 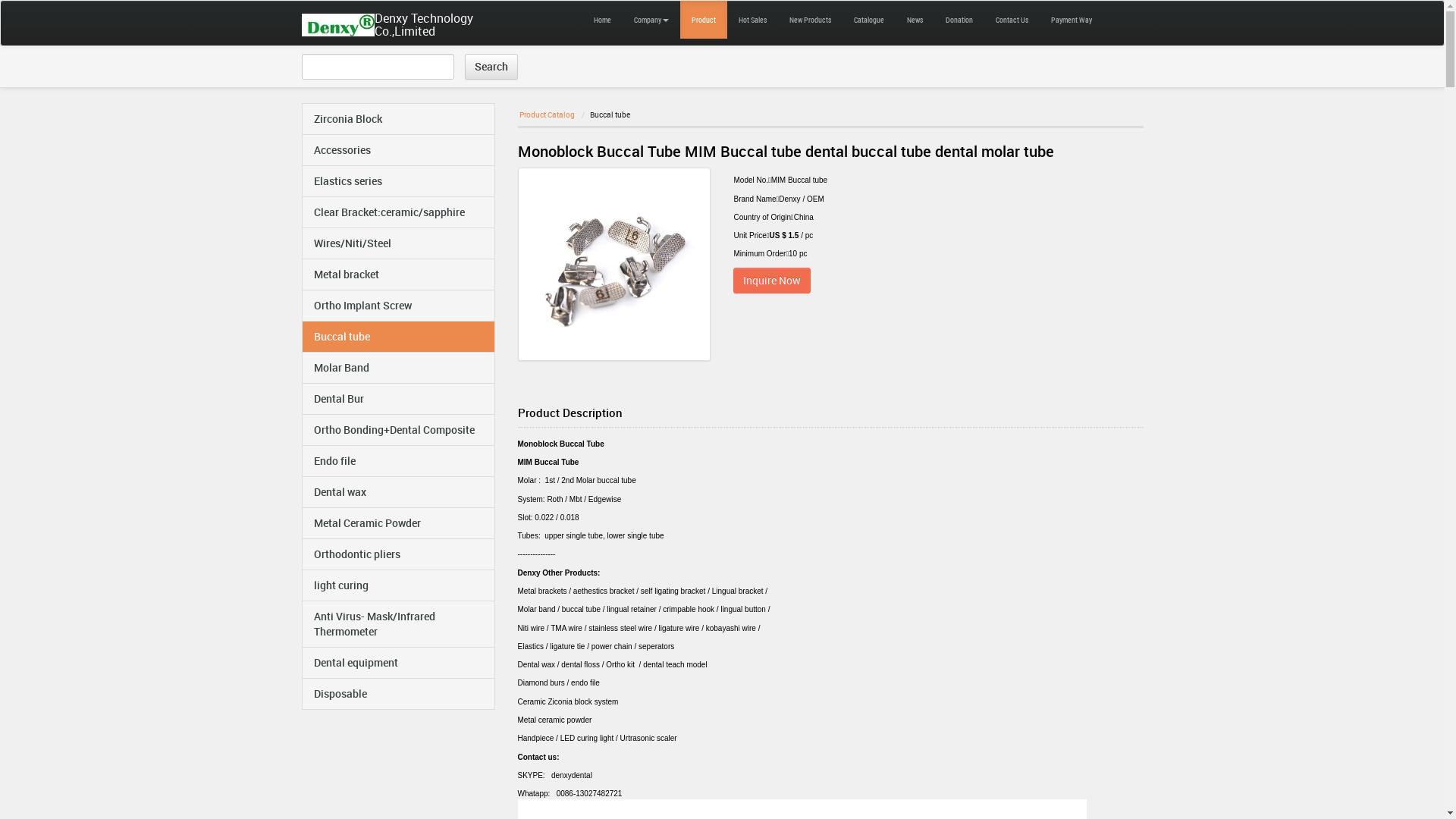 What do you see at coordinates (397, 522) in the screenshot?
I see `'Metal Ceramic Powder'` at bounding box center [397, 522].